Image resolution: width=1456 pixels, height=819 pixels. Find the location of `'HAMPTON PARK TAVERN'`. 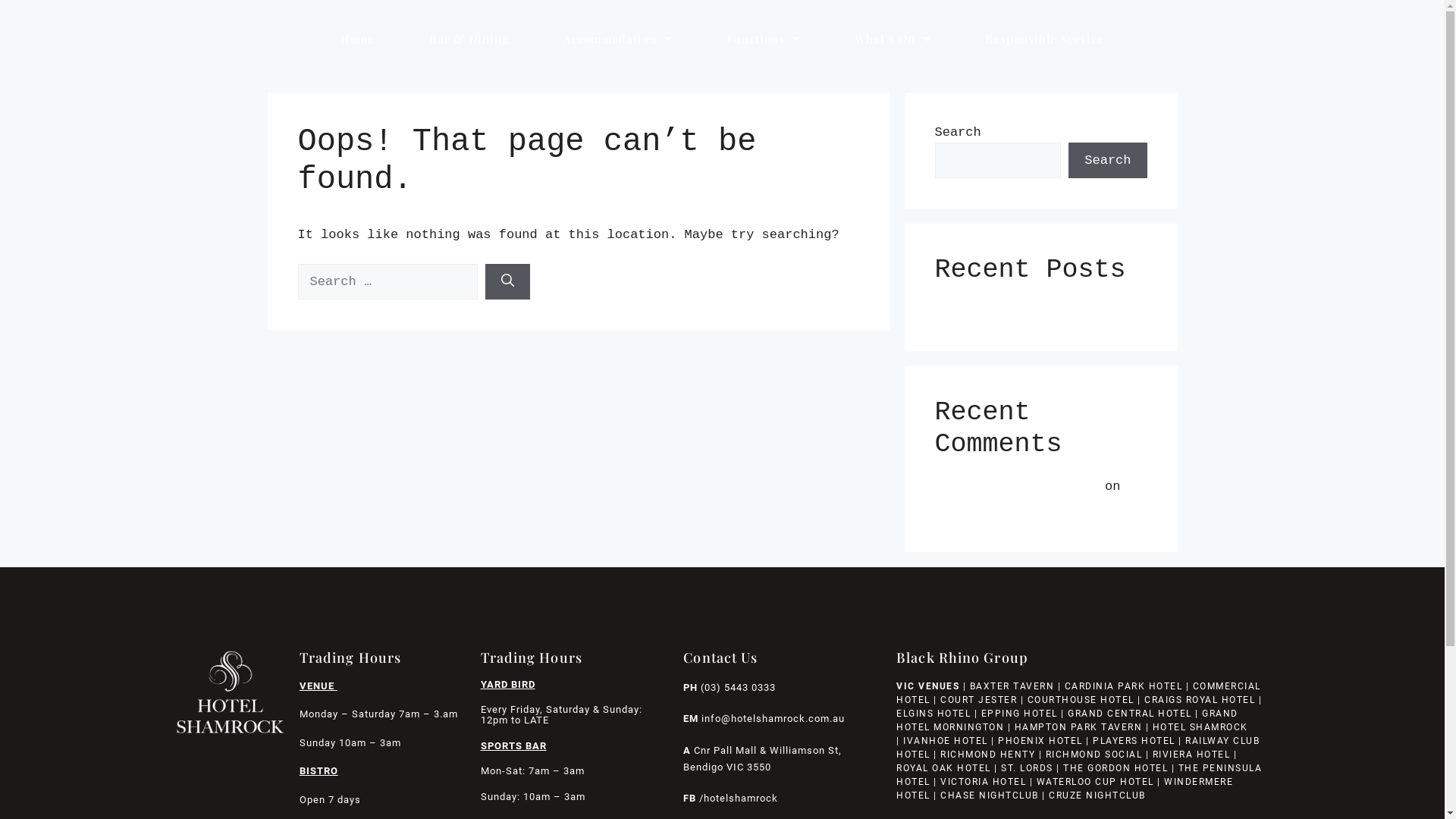

'HAMPTON PARK TAVERN' is located at coordinates (1078, 726).